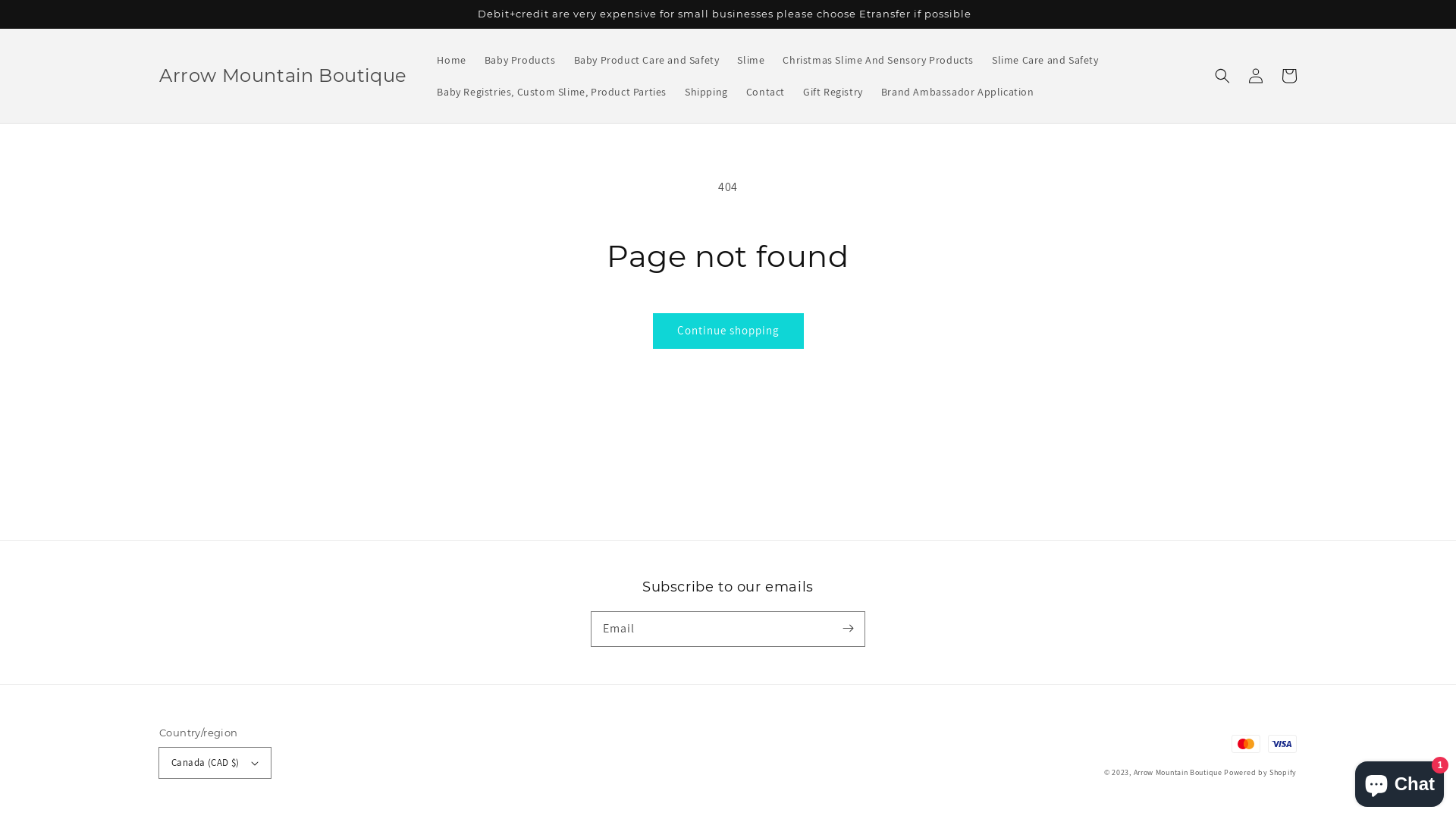  I want to click on 'Slime Care and Safety', so click(1044, 58).